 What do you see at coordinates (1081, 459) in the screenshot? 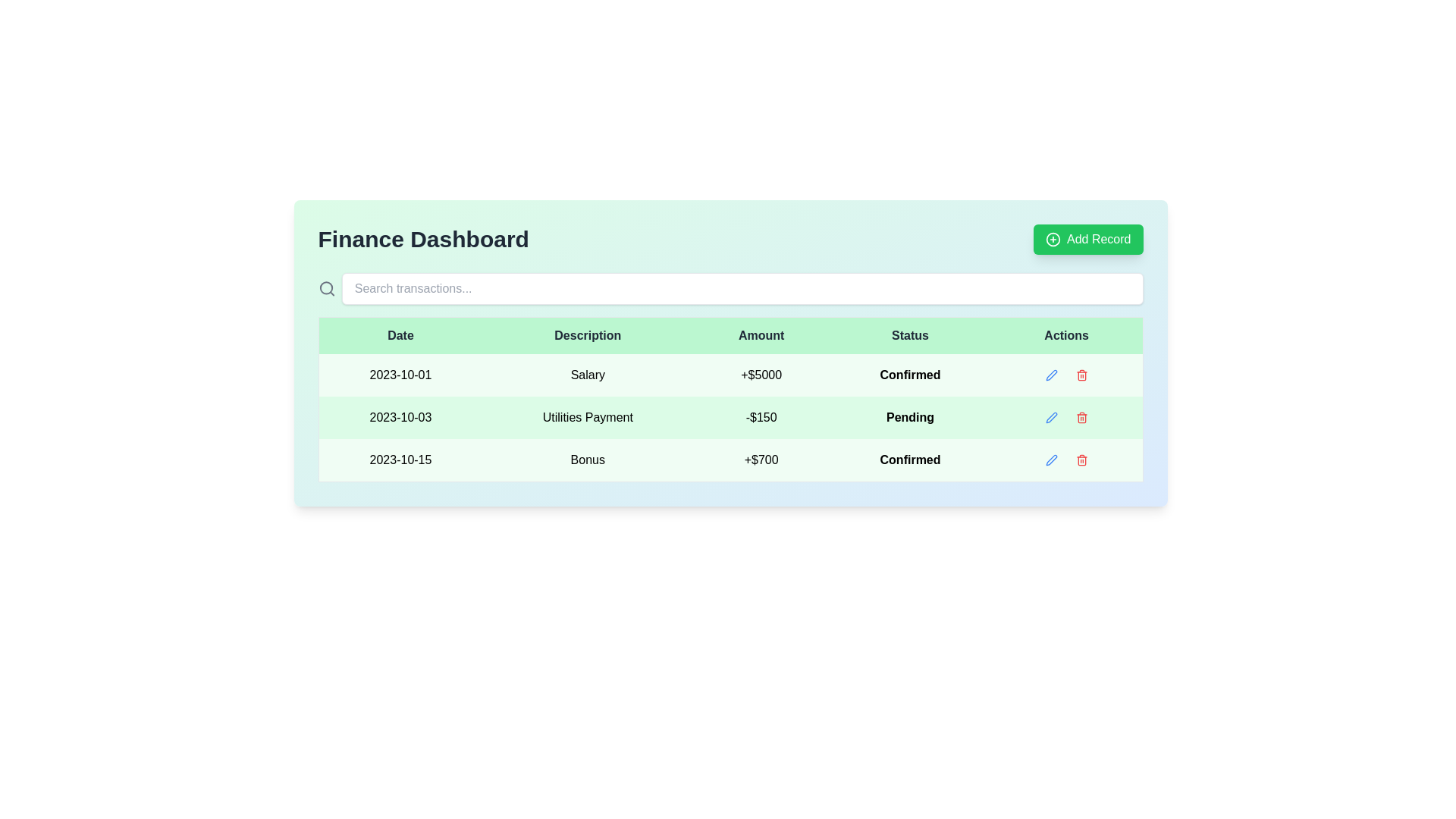
I see `the delete button located in the 'Actions' column of the last row of the table, which is the second button to the right of the blue edit icon` at bounding box center [1081, 459].